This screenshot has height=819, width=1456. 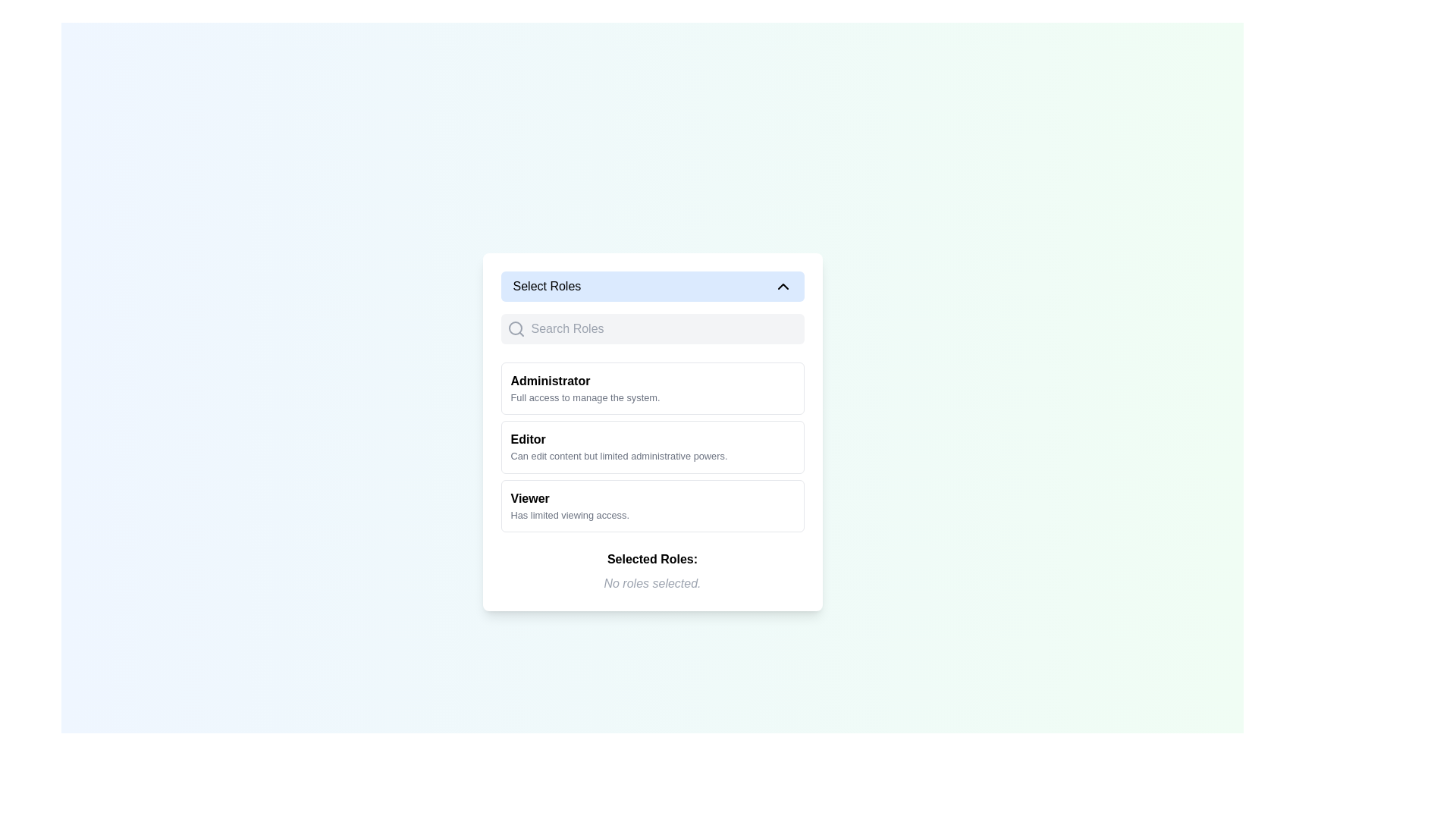 I want to click on the first selectable list item representing the 'Administrator' role in the user role selection dialog, so click(x=652, y=388).